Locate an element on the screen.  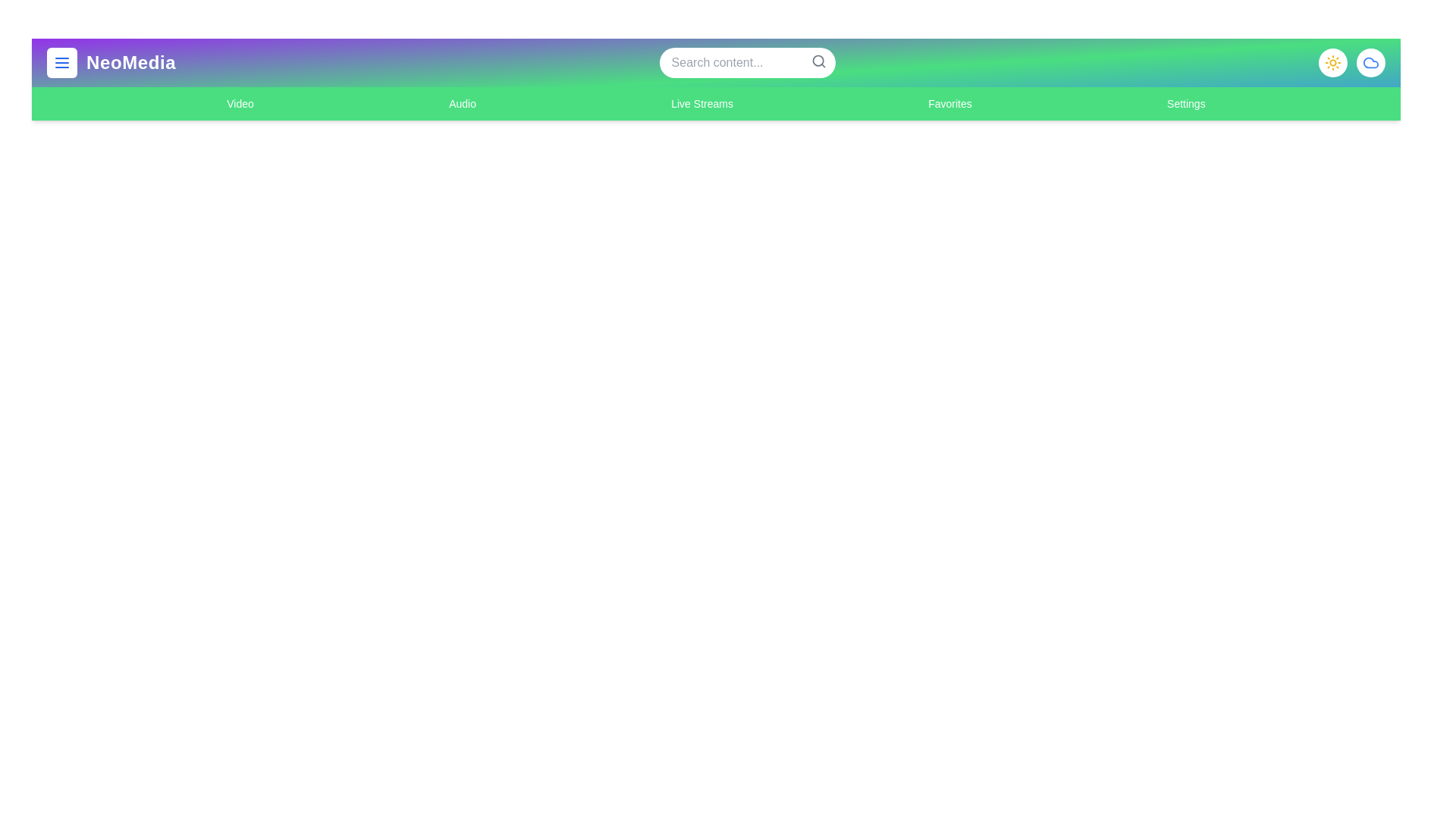
the navigation link for Live Streams to switch to that section is located at coordinates (701, 103).